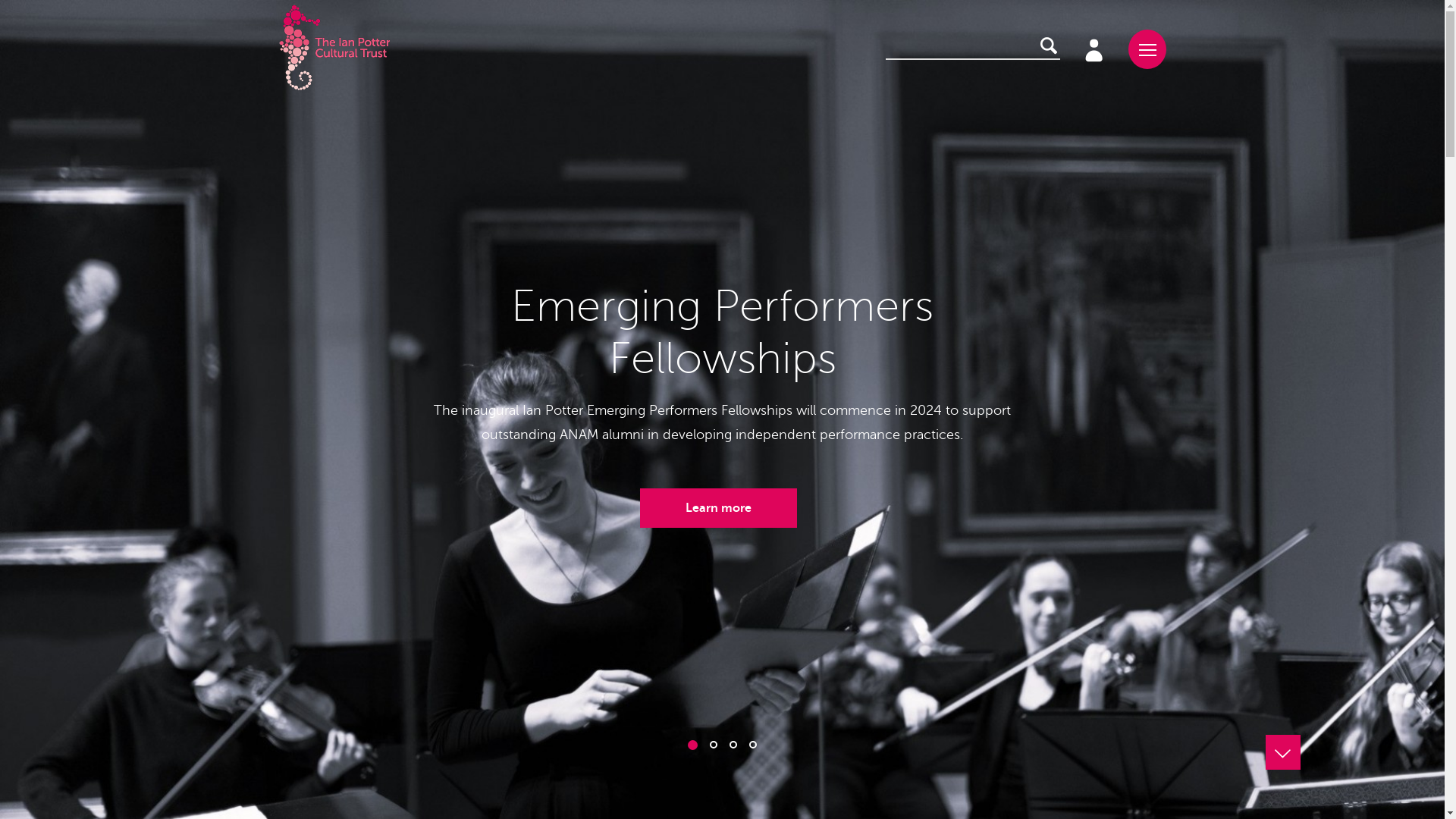 The width and height of the screenshot is (1456, 819). Describe the element at coordinates (717, 508) in the screenshot. I see `'Learn more'` at that location.